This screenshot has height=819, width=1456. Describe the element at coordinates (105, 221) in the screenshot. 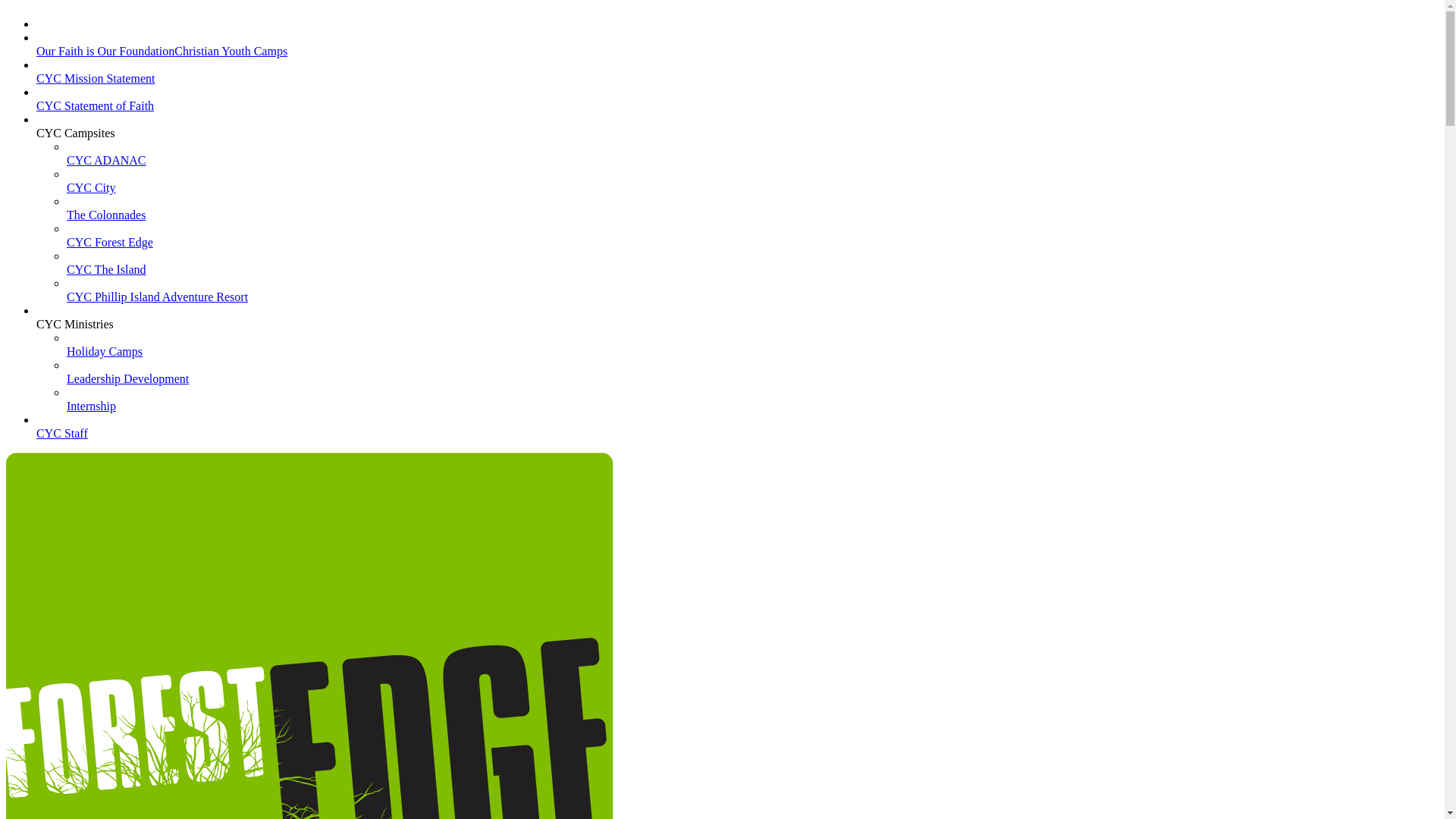

I see `'The Colonnades'` at that location.